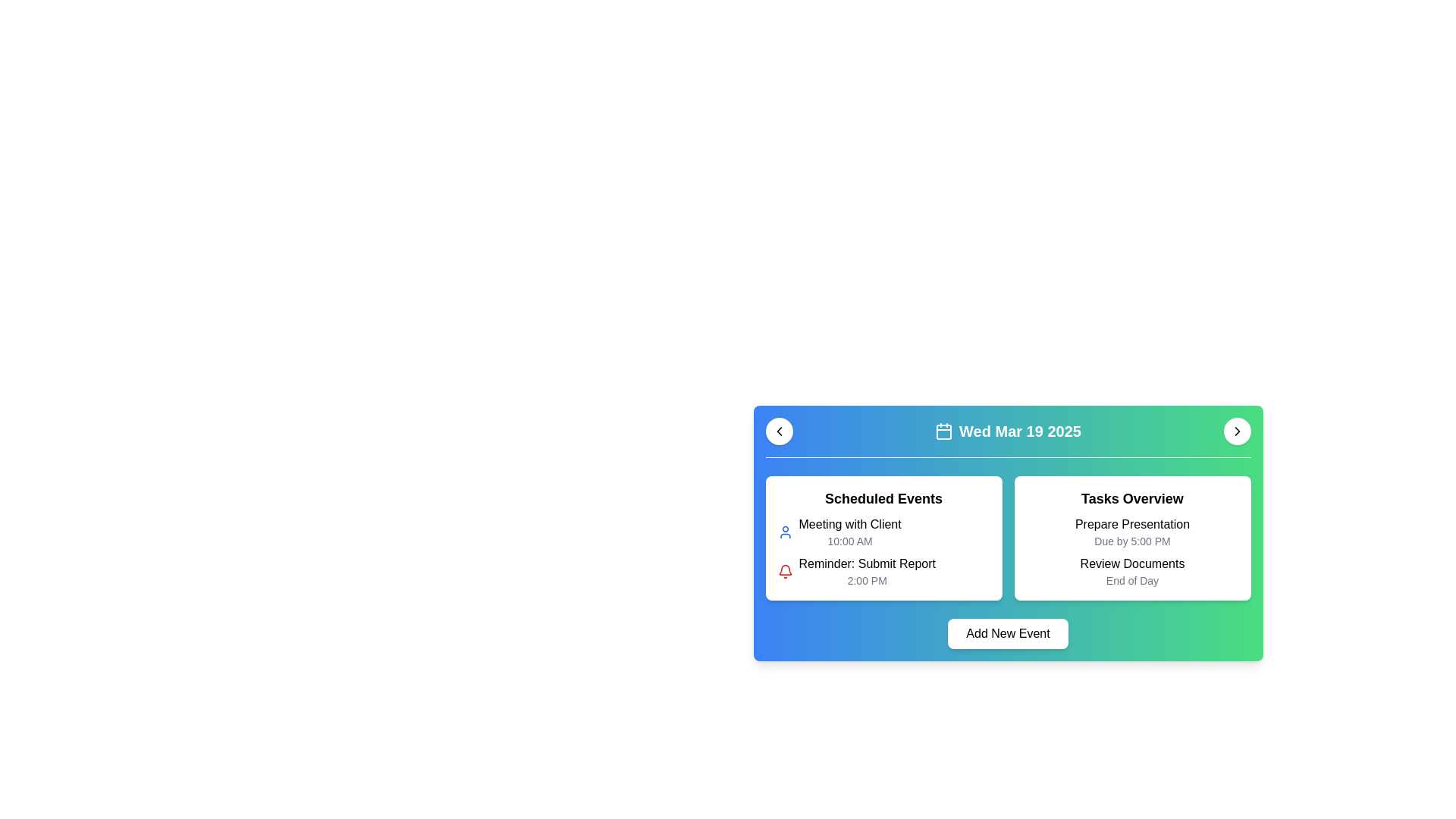 The width and height of the screenshot is (1456, 819). Describe the element at coordinates (850, 523) in the screenshot. I see `the title label for a scheduled meeting located in the 'Scheduled Events' section, above the '10:00 AM' time text` at that location.